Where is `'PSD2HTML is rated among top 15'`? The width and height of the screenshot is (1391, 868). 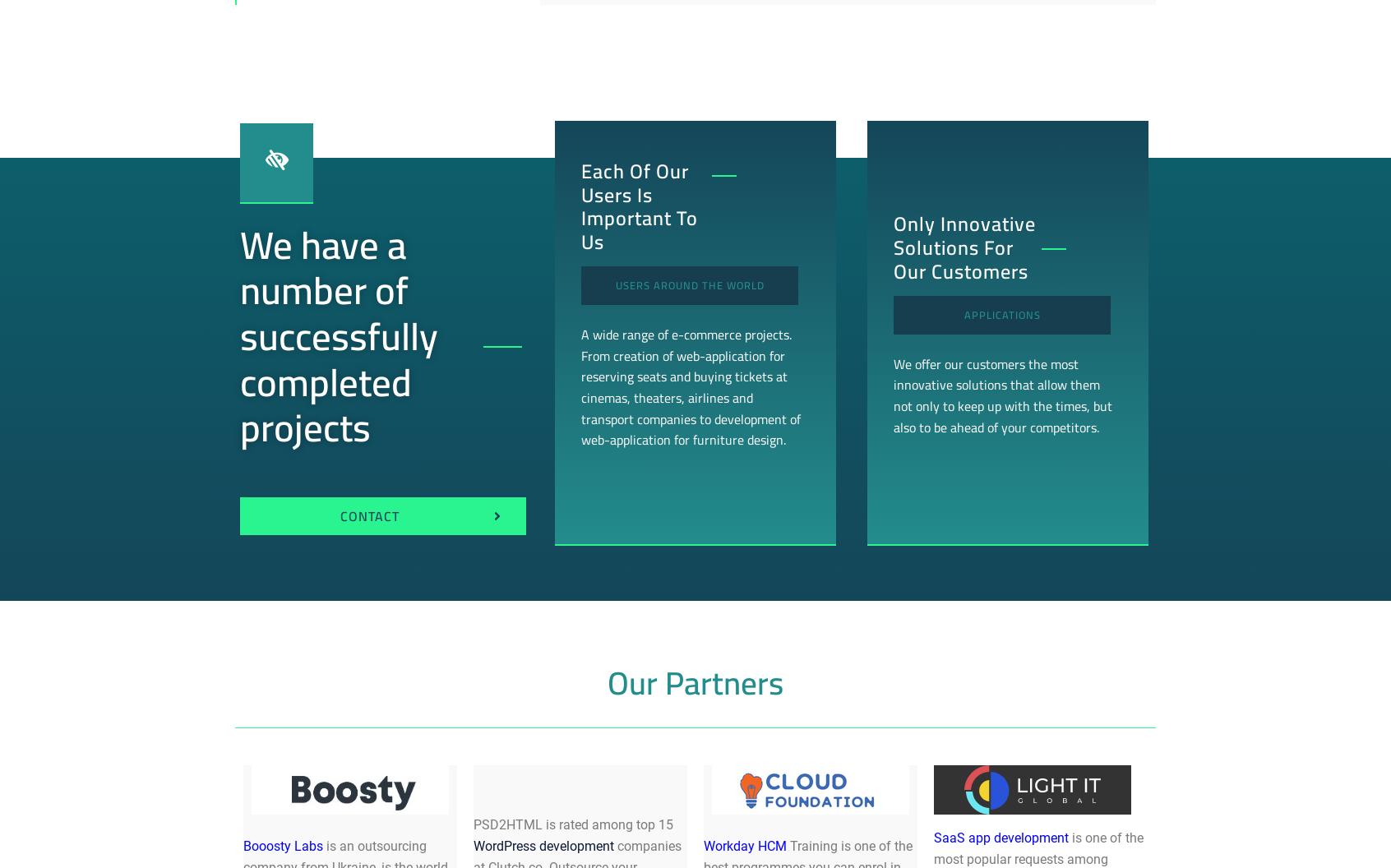
'PSD2HTML is rated among top 15' is located at coordinates (573, 823).